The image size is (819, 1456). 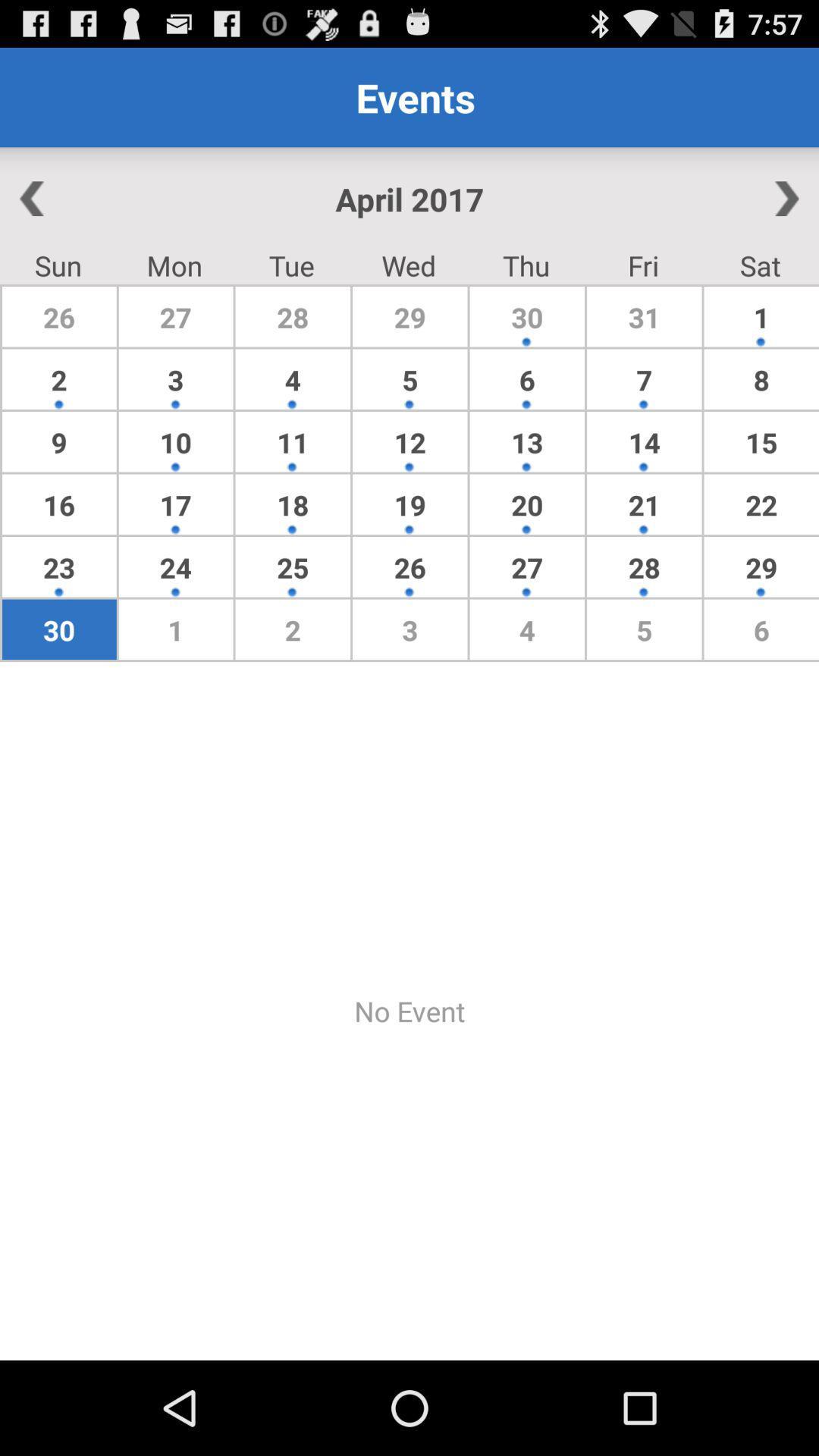 What do you see at coordinates (734, 198) in the screenshot?
I see `the icon next to april 2017 icon` at bounding box center [734, 198].